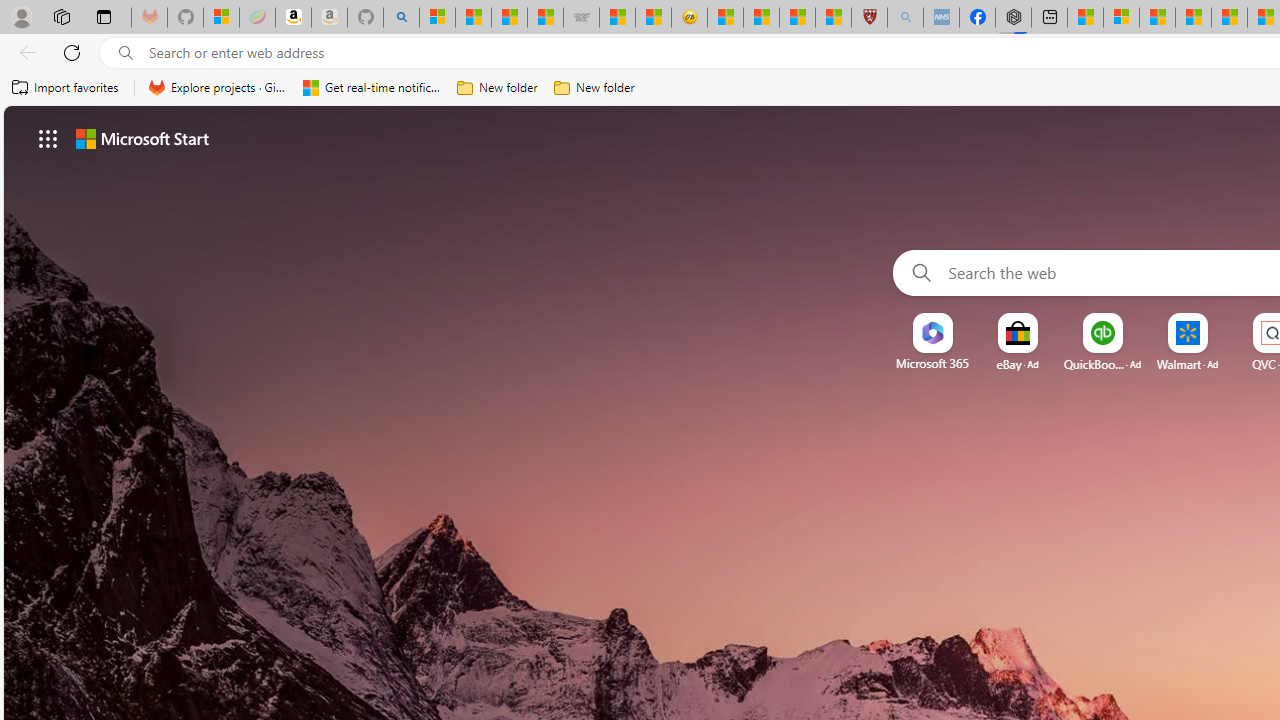 This screenshot has height=720, width=1280. Describe the element at coordinates (141, 137) in the screenshot. I see `'Microsoft start'` at that location.